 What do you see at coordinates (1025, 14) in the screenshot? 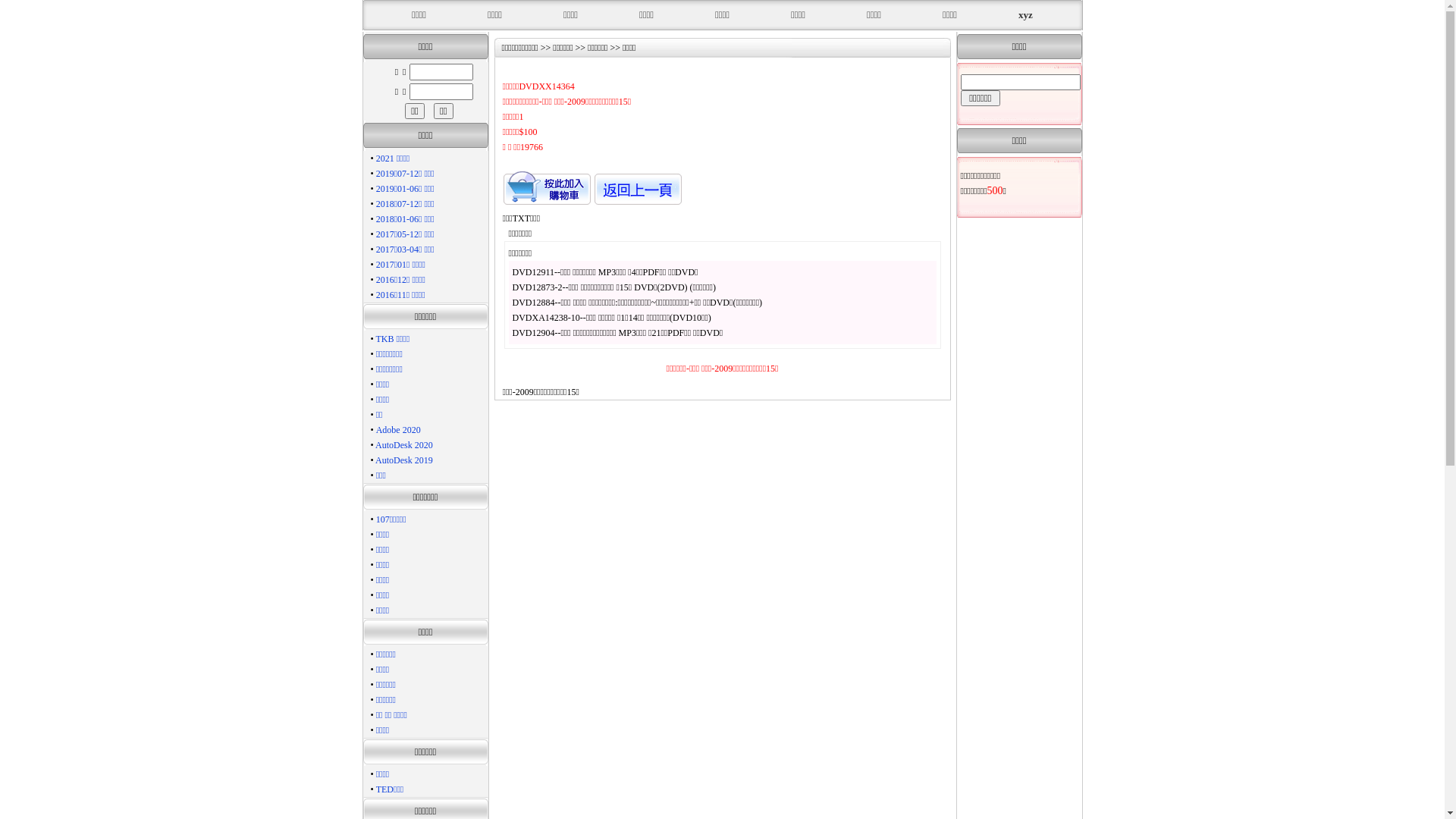
I see `'xyz'` at bounding box center [1025, 14].